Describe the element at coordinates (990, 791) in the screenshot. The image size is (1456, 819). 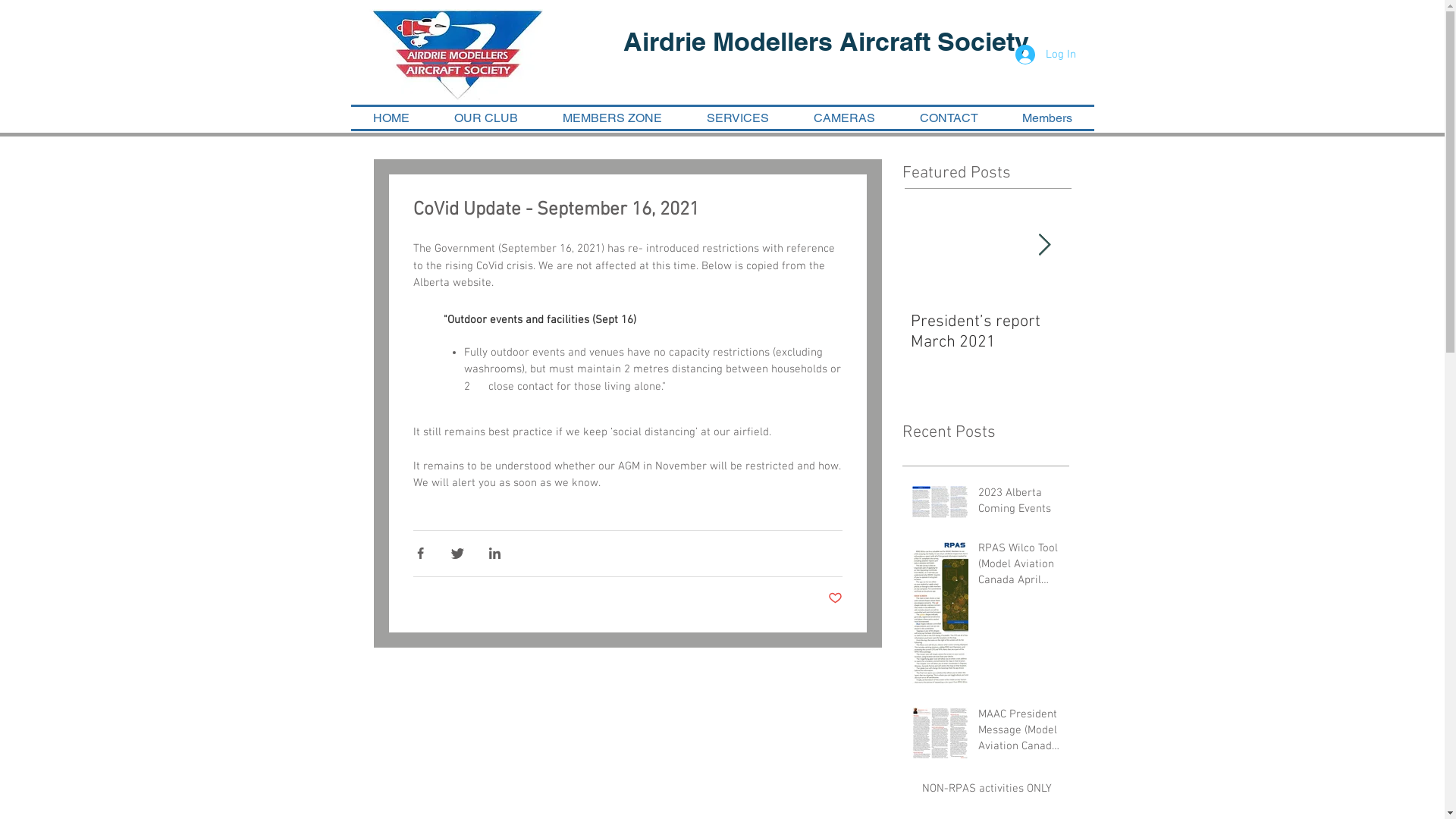
I see `'NON-RPAS activities ONLY'` at that location.